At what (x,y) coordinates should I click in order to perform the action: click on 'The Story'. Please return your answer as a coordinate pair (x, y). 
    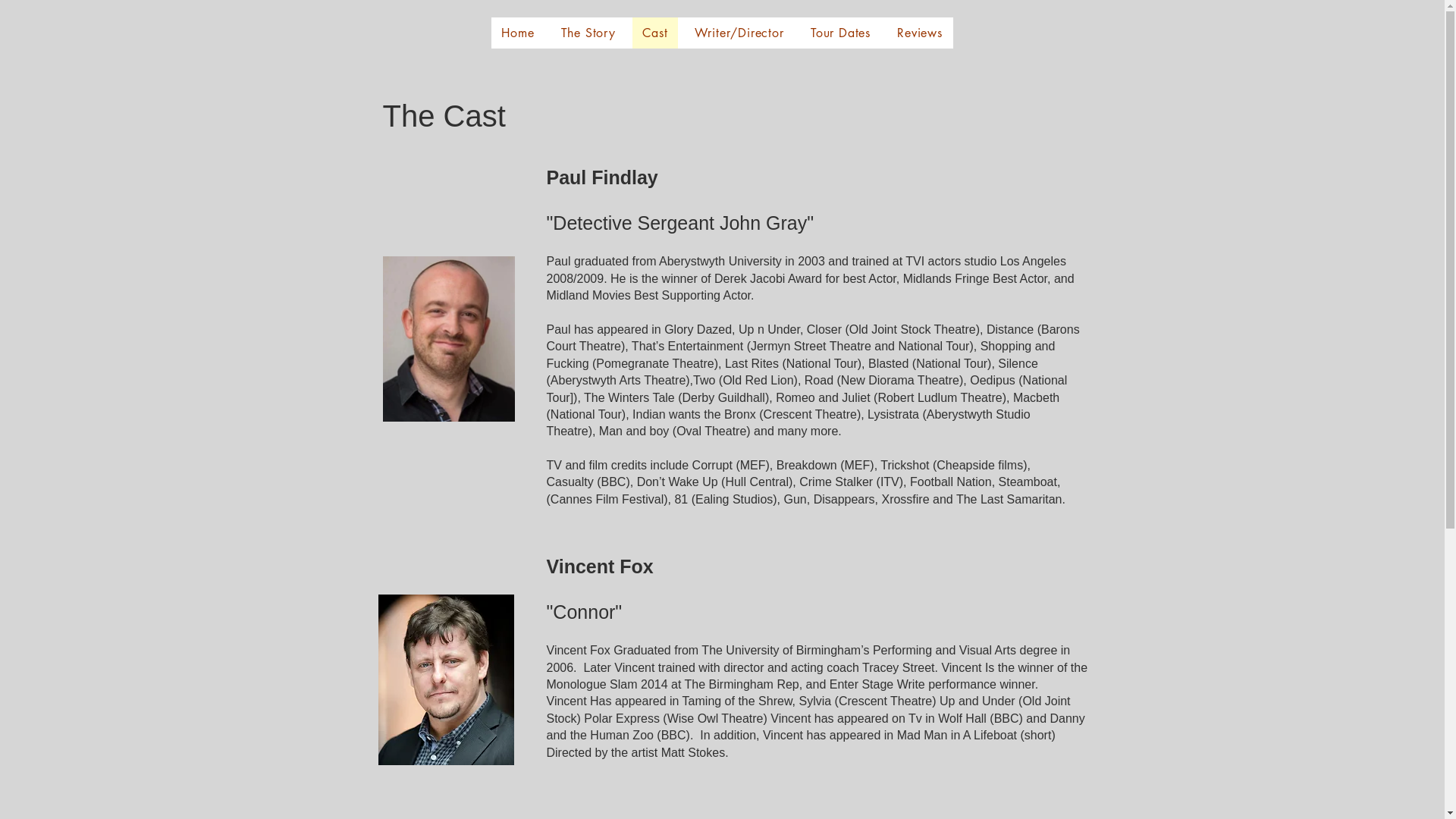
    Looking at the image, I should click on (588, 33).